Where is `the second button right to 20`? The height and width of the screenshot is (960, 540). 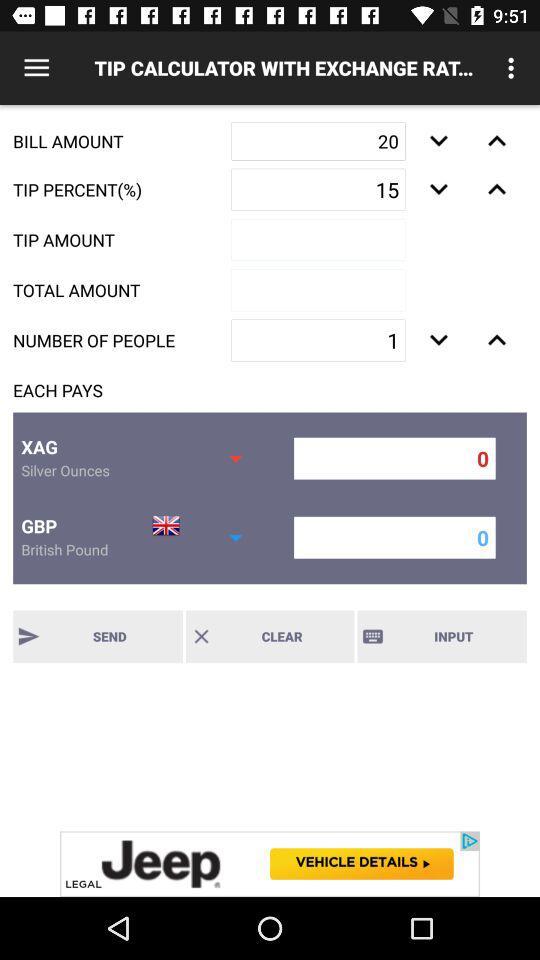
the second button right to 20 is located at coordinates (496, 140).